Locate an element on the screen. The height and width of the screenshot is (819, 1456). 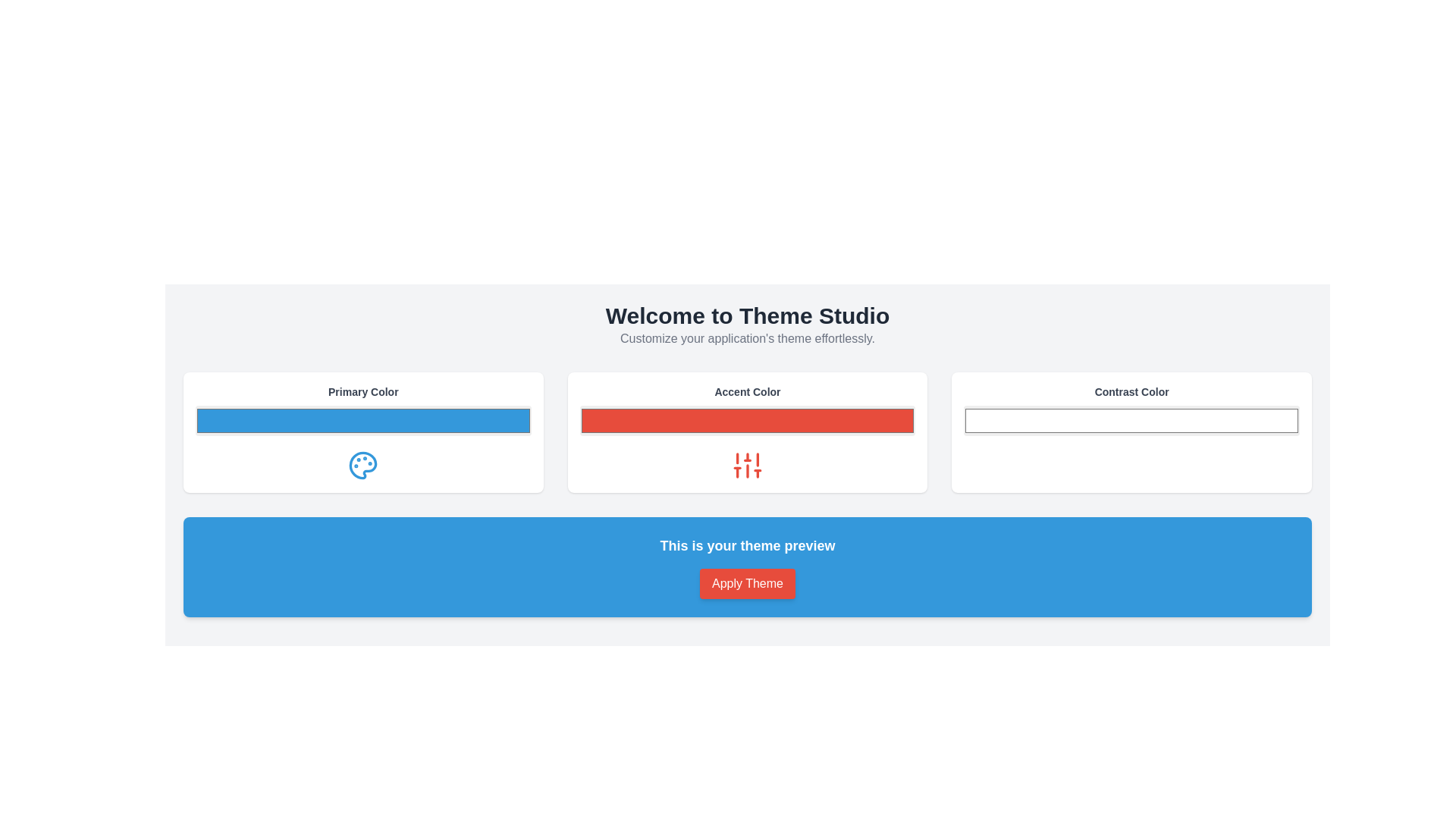
the static text label that provides additional context about customizing themes in the application, located just below the heading 'Welcome to Theme Studio' is located at coordinates (747, 338).